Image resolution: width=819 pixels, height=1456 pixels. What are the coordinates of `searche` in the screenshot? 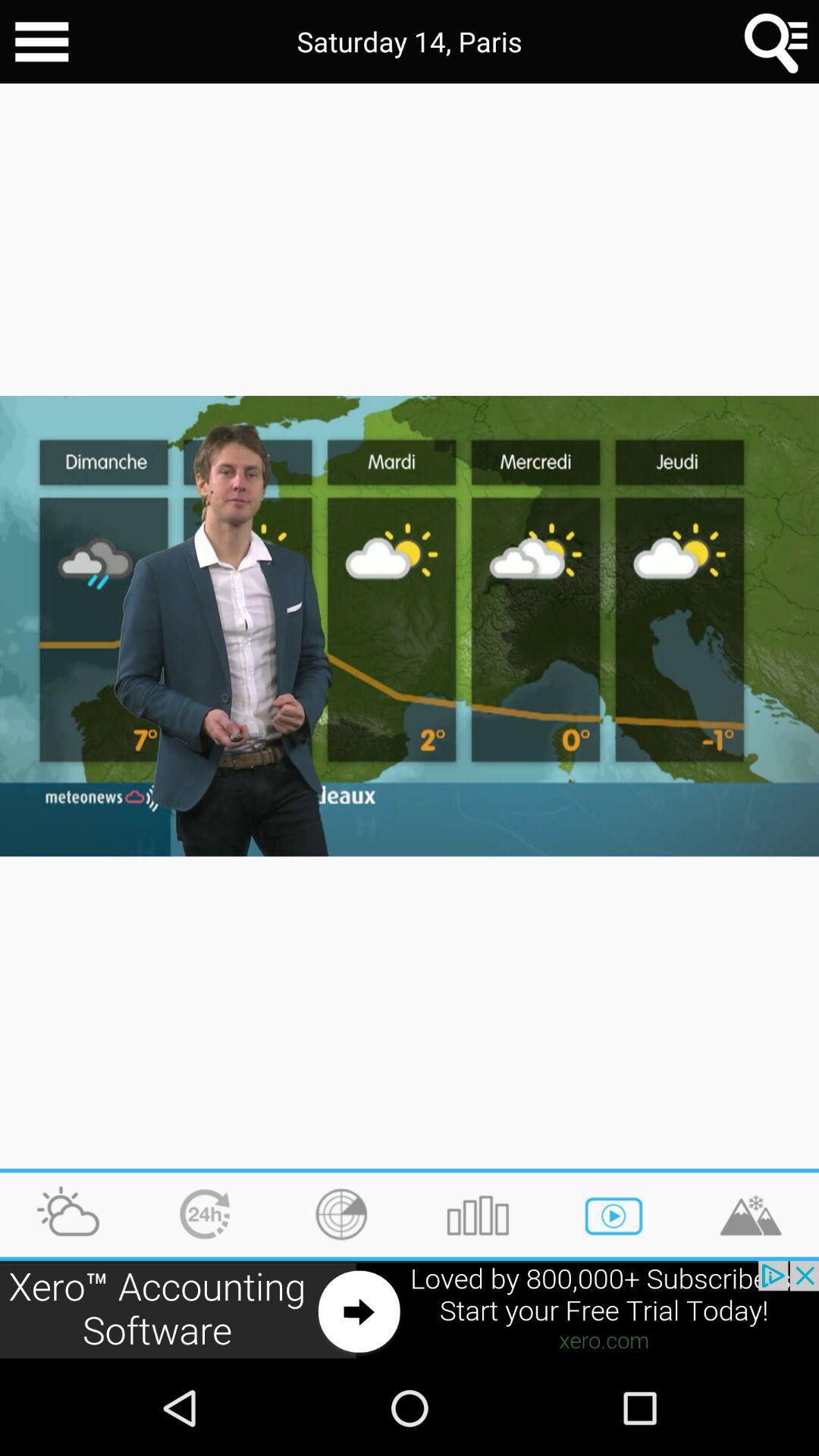 It's located at (777, 42).